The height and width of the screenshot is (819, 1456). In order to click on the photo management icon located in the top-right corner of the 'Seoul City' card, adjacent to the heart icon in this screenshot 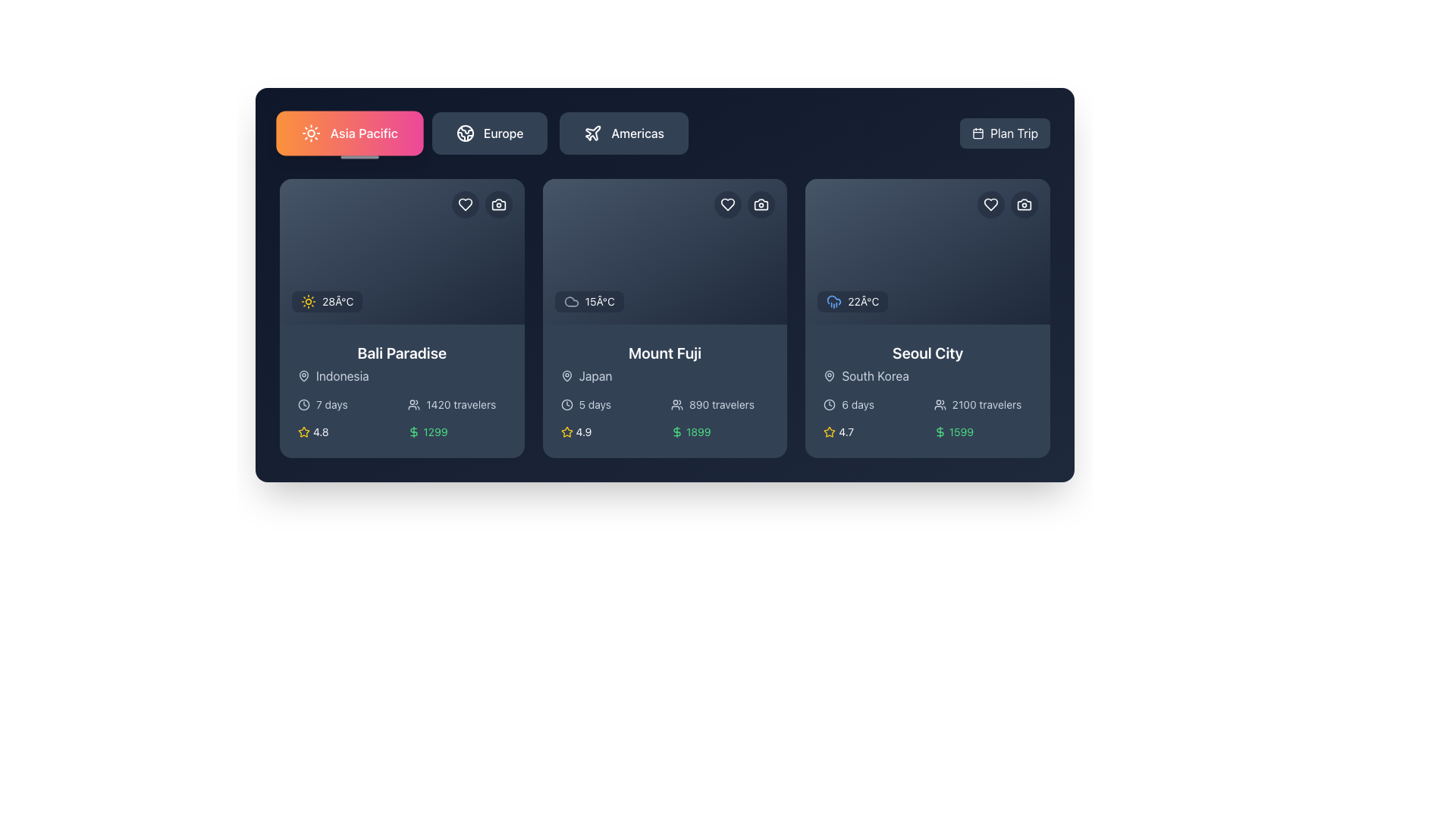, I will do `click(1024, 205)`.